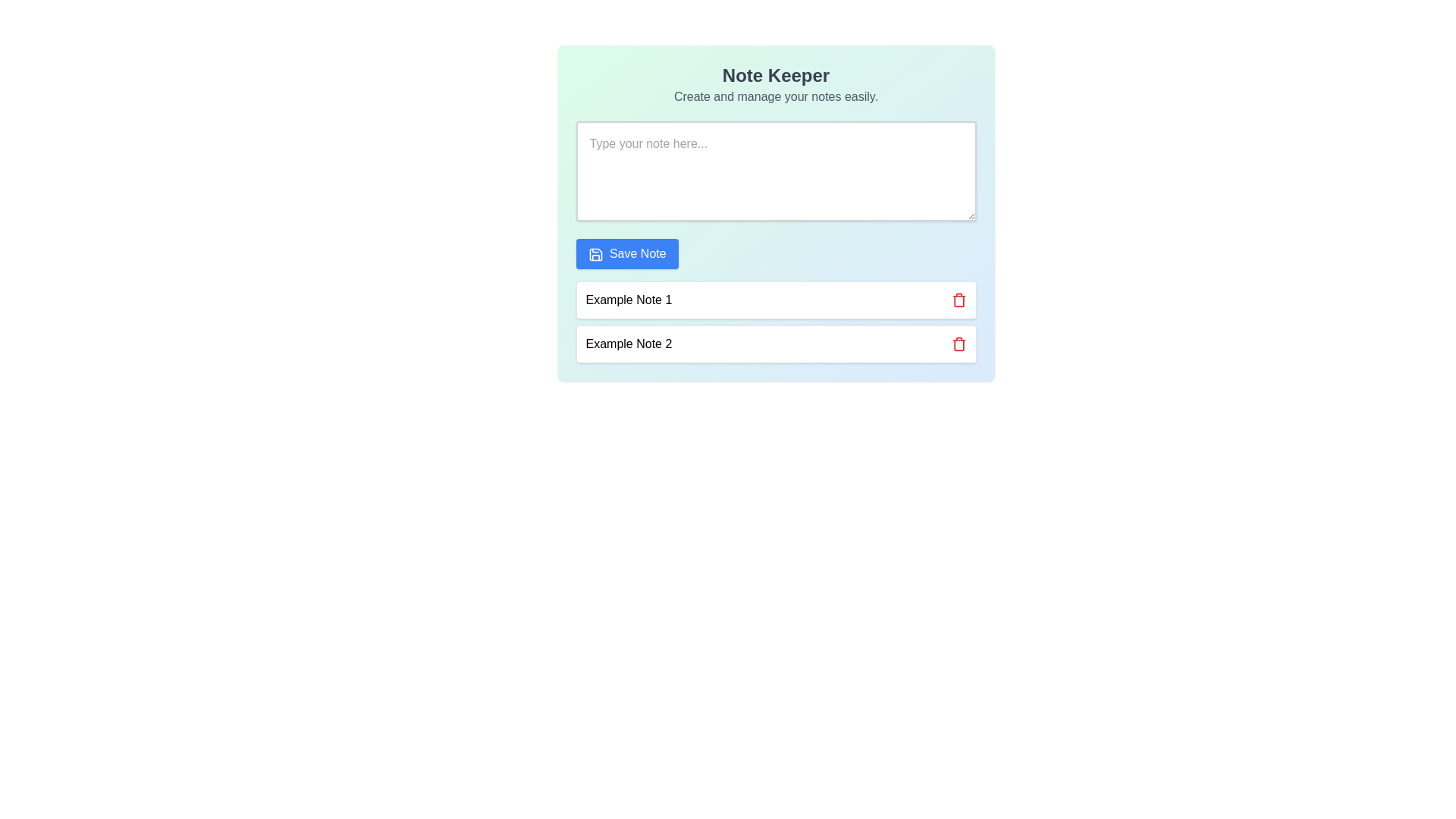 The width and height of the screenshot is (1456, 819). I want to click on the text label displaying 'Example Note 2' which is in bold, black sans-serif font, located centrally below the 'Save Note' and 'Example Note 1' sections, so click(629, 344).